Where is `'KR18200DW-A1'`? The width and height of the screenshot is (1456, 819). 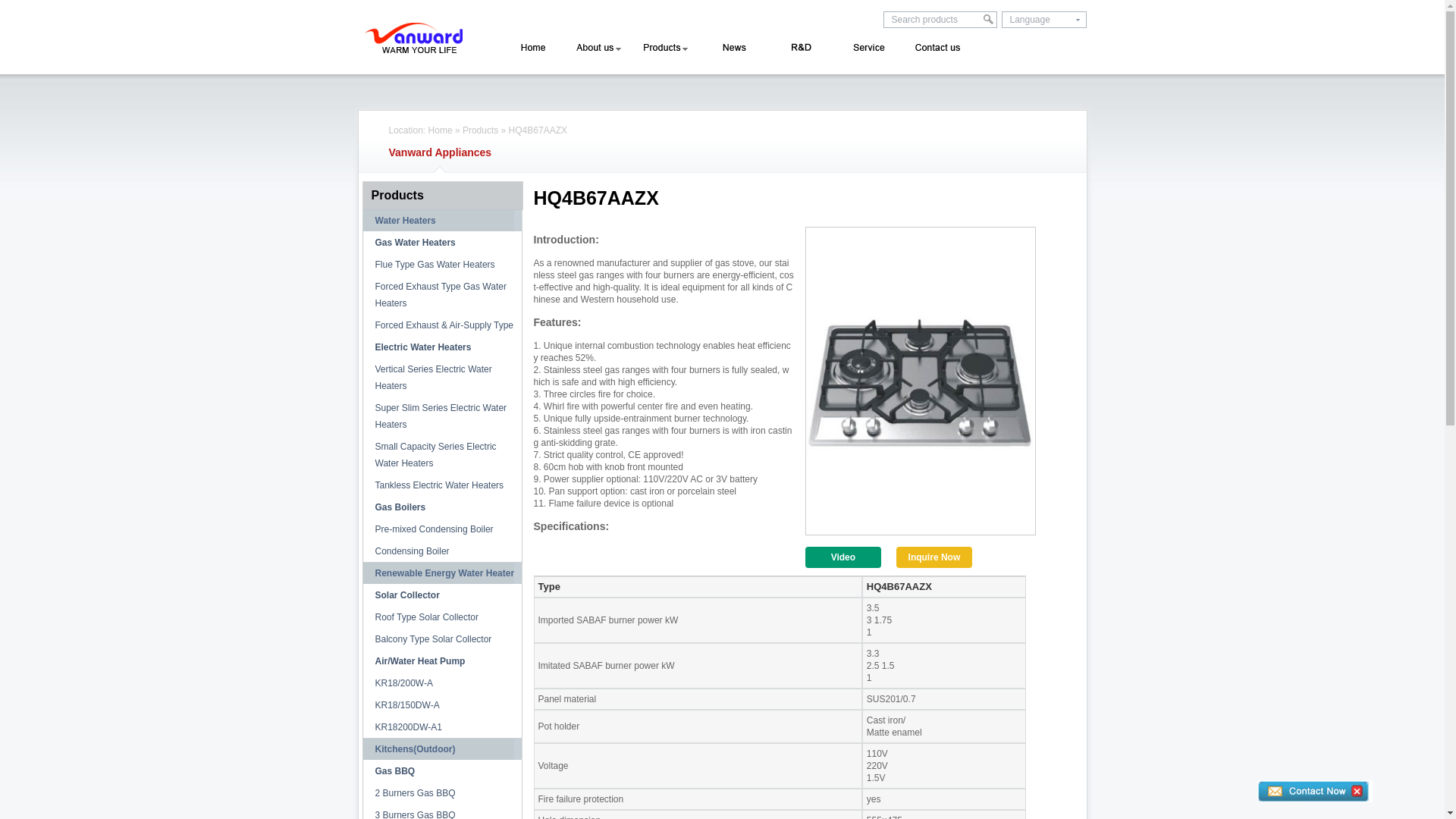 'KR18200DW-A1' is located at coordinates (441, 726).